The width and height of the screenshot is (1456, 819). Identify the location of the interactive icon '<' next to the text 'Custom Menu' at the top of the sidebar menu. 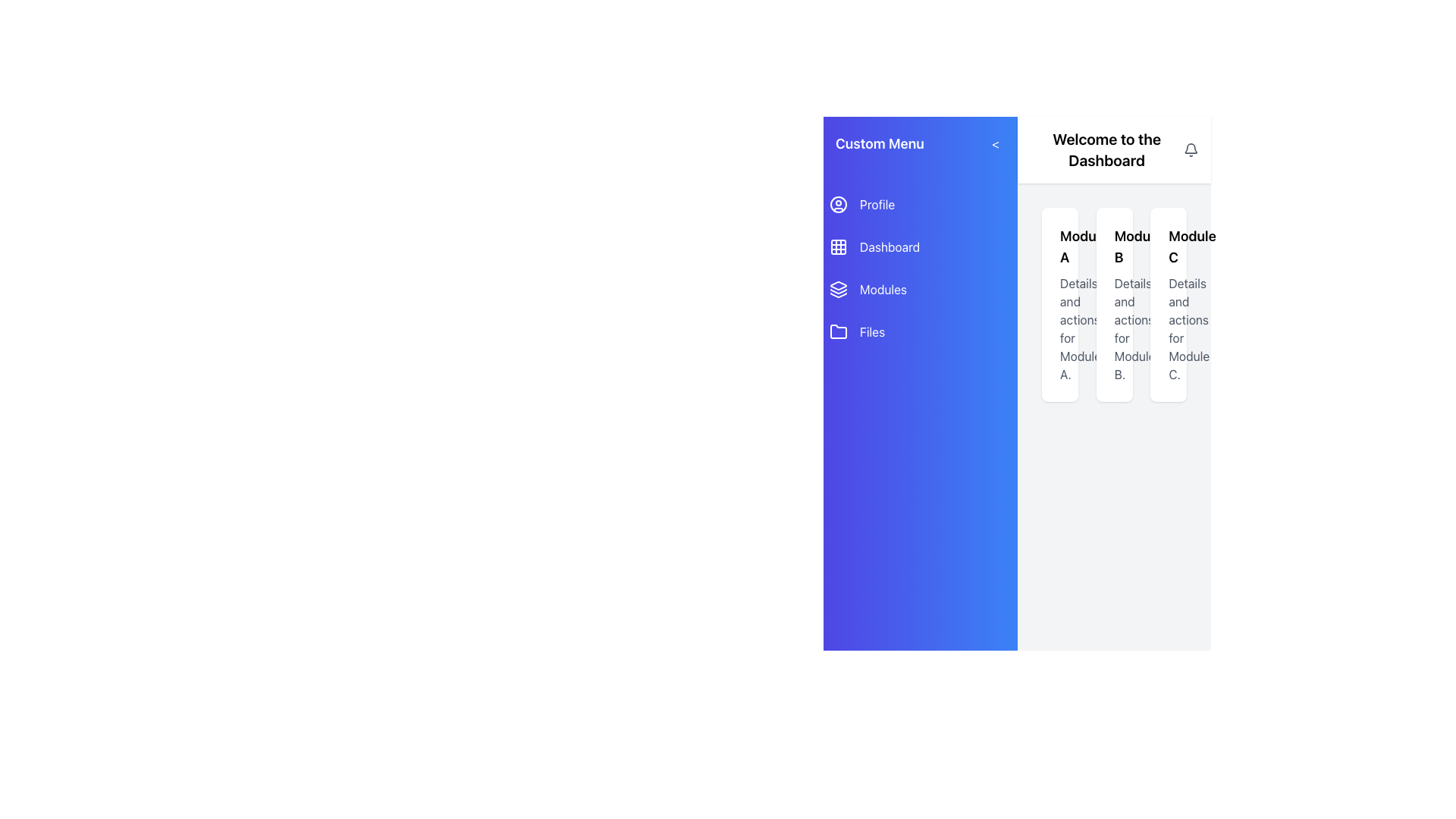
(920, 143).